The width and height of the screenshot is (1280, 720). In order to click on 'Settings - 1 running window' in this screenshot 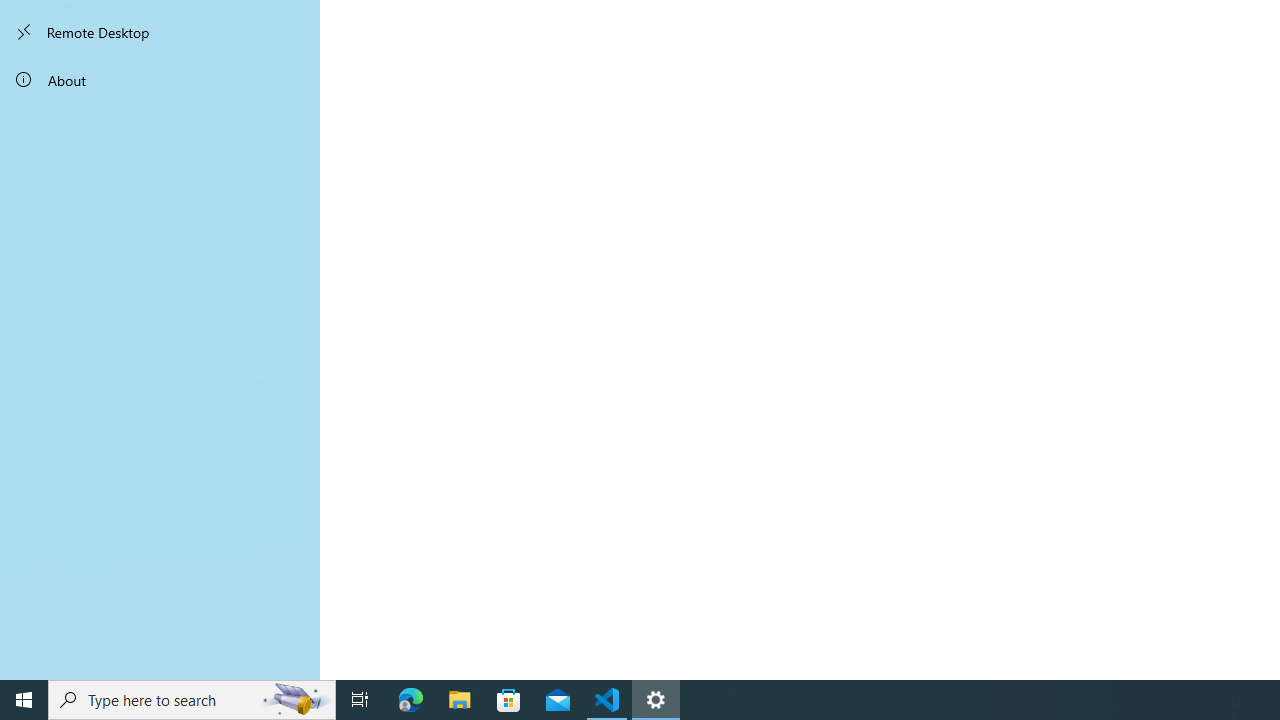, I will do `click(656, 698)`.